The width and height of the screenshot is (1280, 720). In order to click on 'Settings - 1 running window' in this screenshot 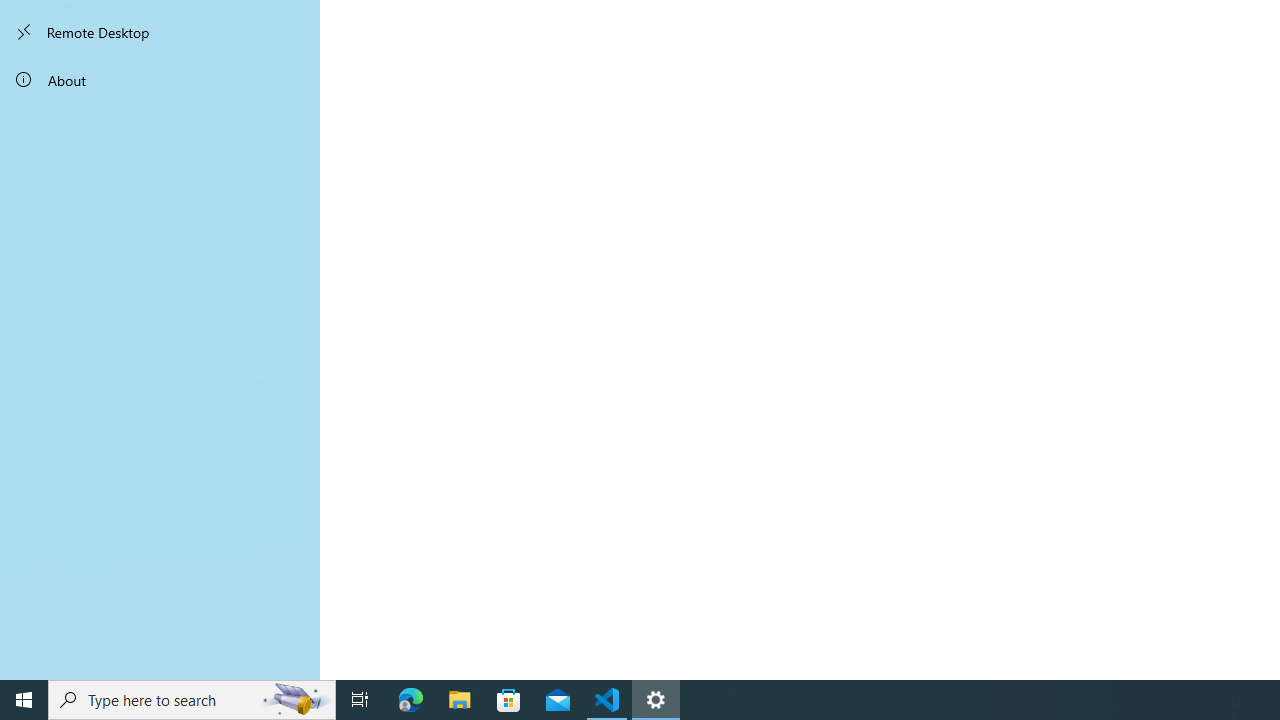, I will do `click(656, 698)`.